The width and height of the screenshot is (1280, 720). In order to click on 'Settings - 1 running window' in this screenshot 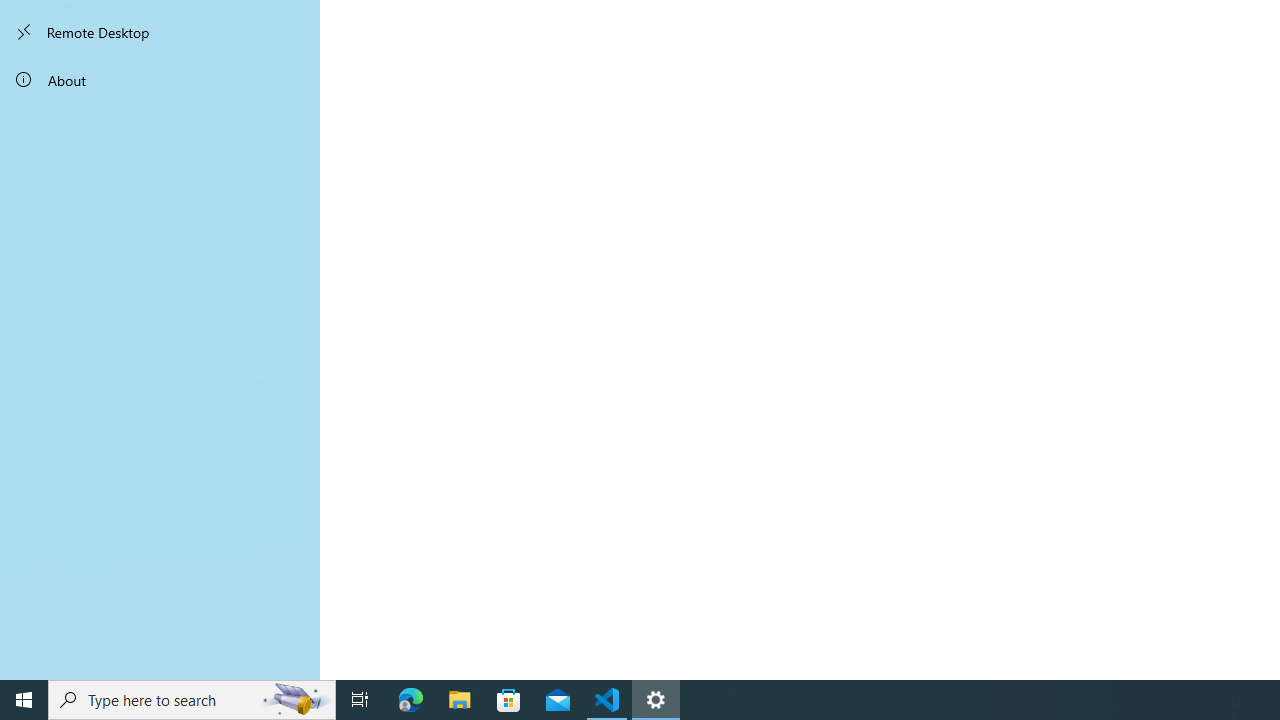, I will do `click(656, 698)`.